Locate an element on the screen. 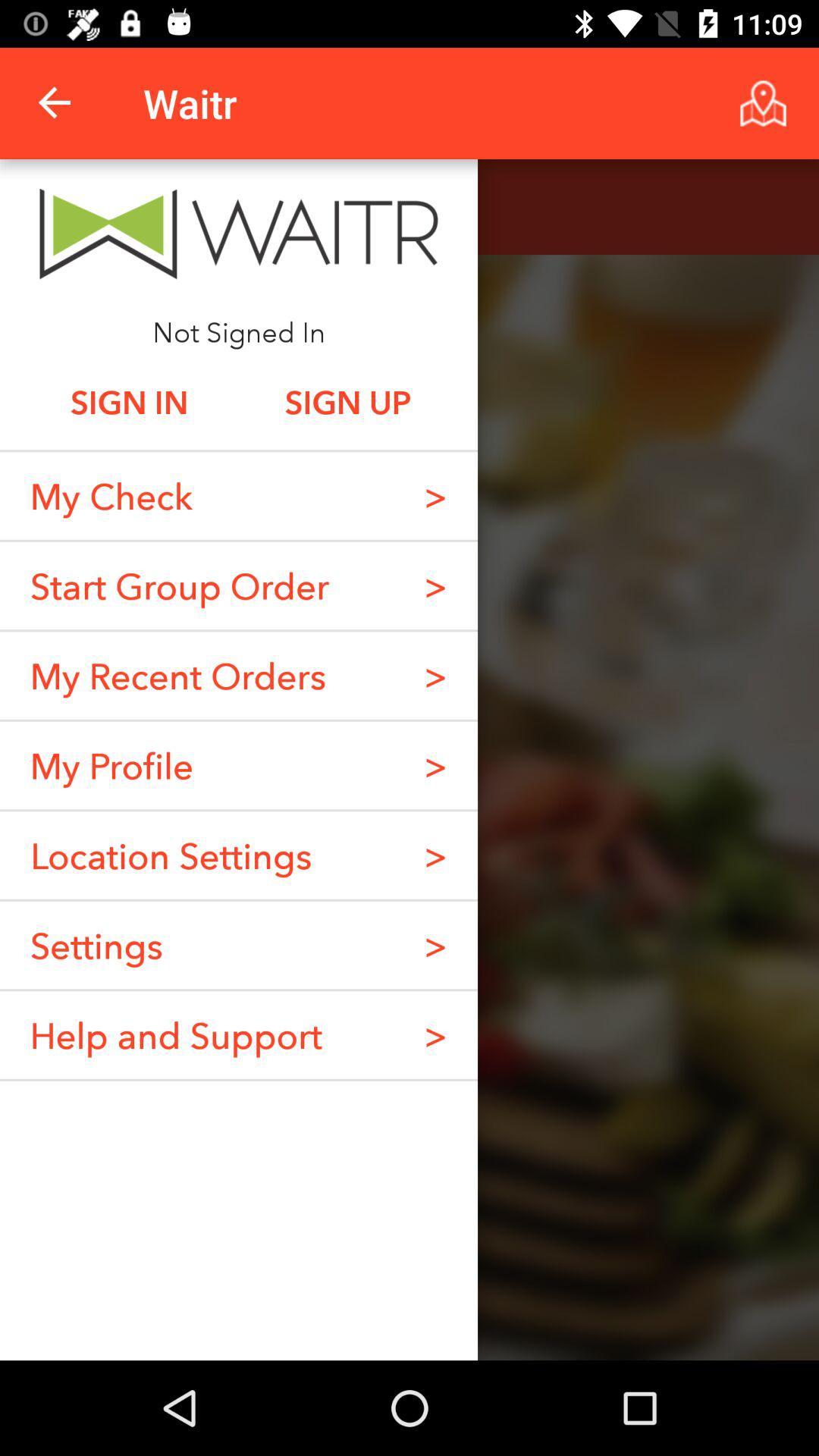  icon above my profile icon is located at coordinates (177, 675).